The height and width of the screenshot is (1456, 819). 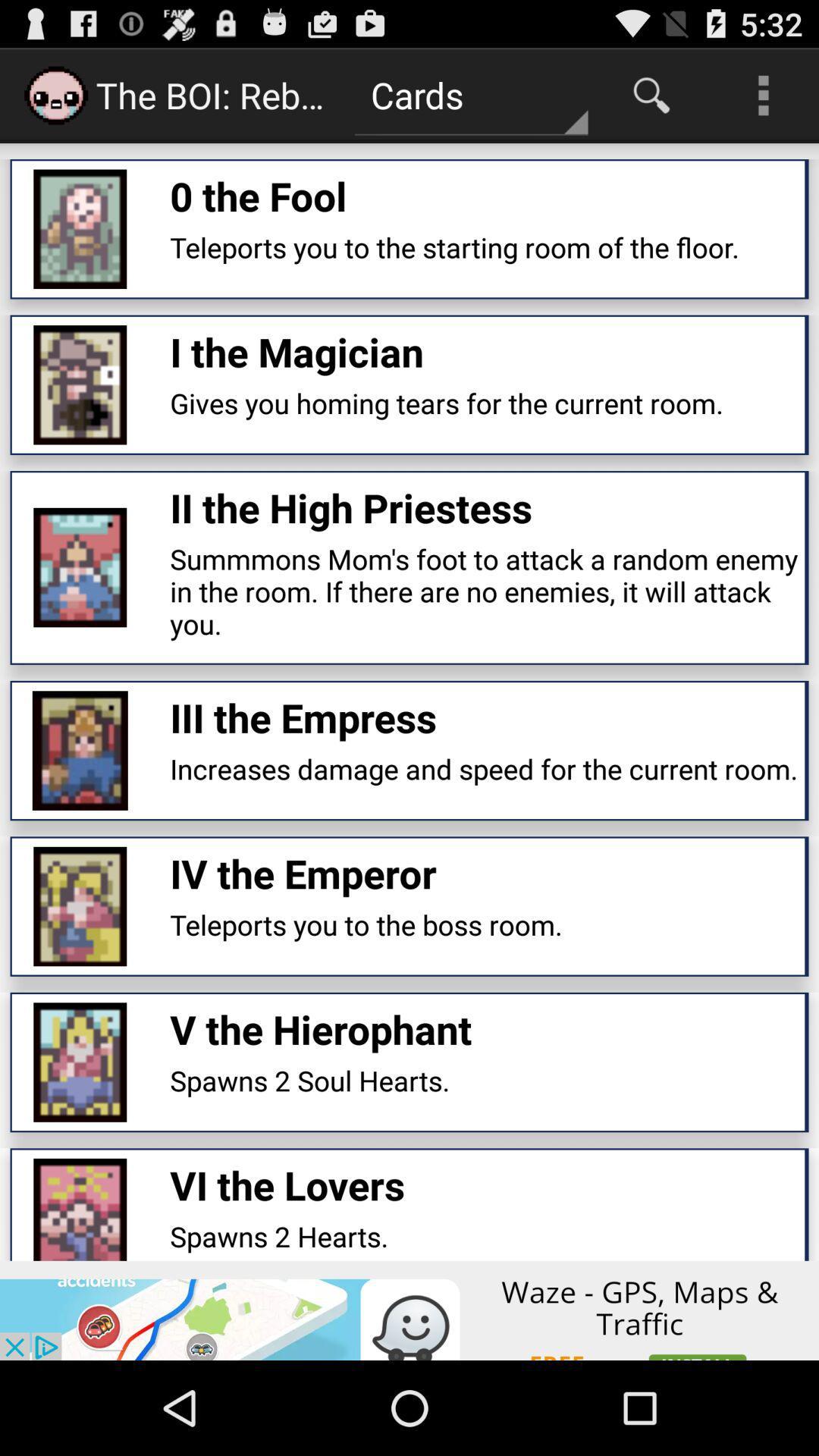 I want to click on advertisement, so click(x=409, y=1310).